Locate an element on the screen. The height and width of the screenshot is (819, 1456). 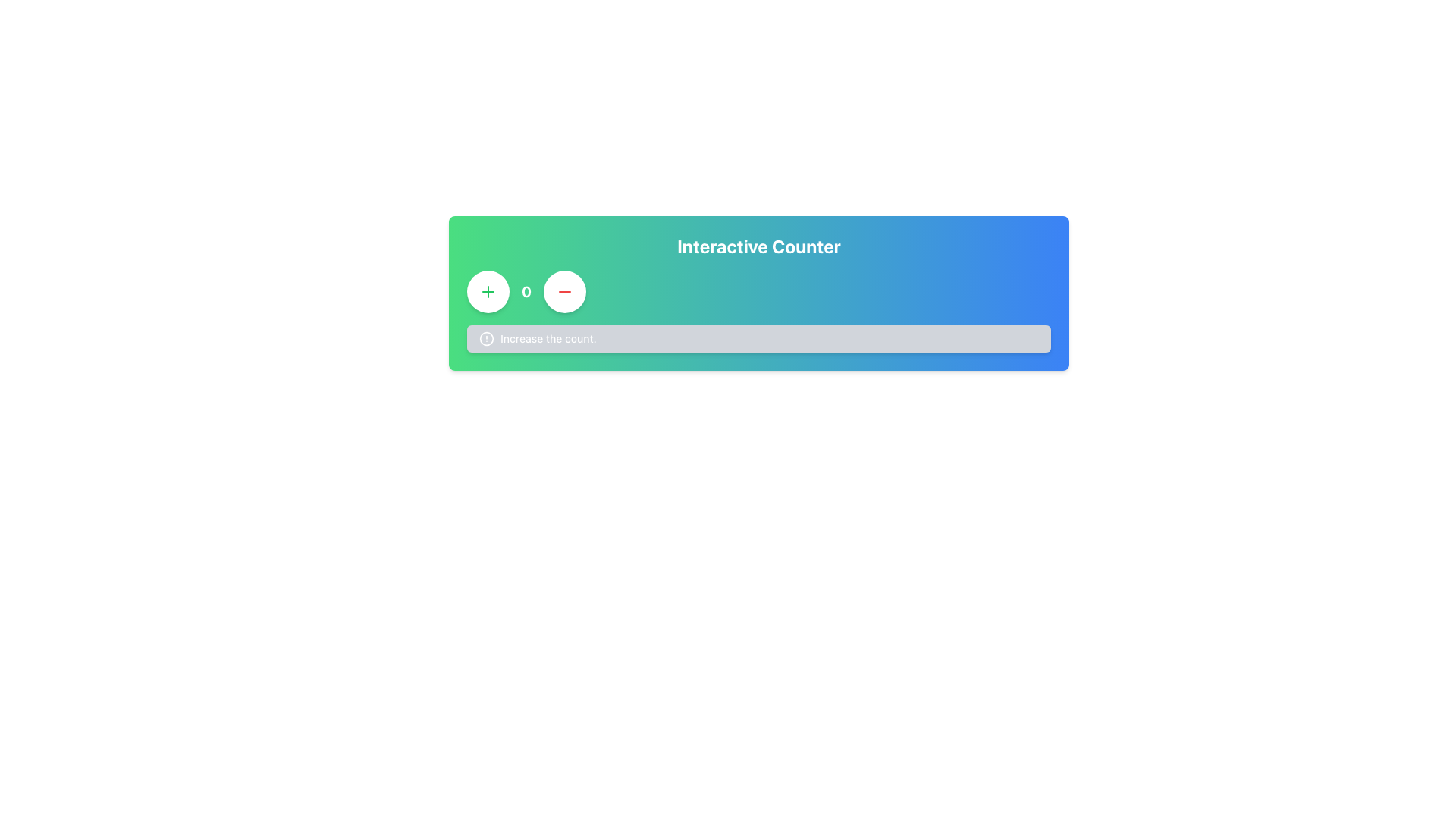
the circular button with a white background and a green plus symbol is located at coordinates (488, 292).